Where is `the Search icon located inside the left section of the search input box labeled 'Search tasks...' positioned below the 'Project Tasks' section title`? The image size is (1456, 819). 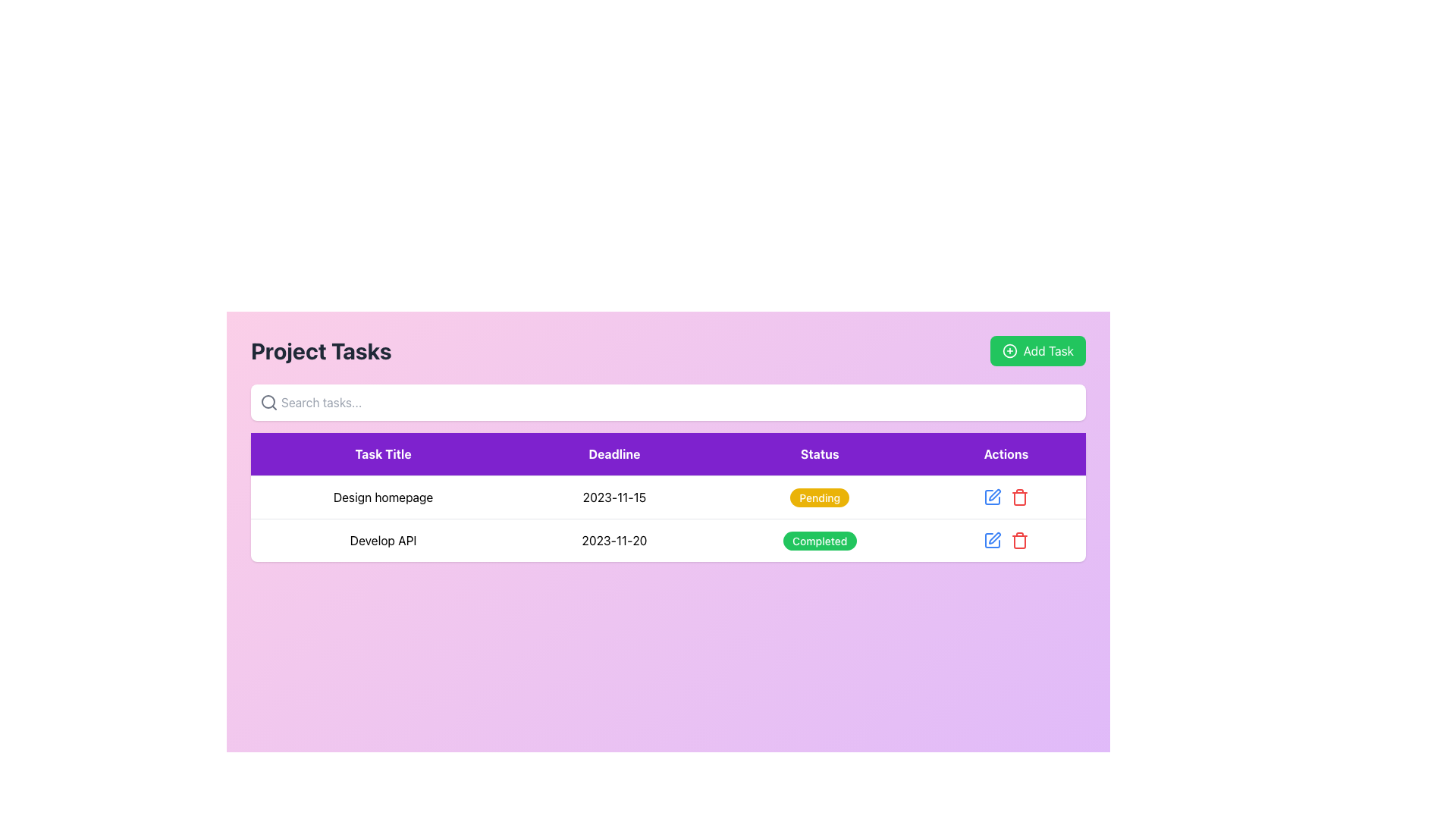 the Search icon located inside the left section of the search input box labeled 'Search tasks...' positioned below the 'Project Tasks' section title is located at coordinates (269, 402).